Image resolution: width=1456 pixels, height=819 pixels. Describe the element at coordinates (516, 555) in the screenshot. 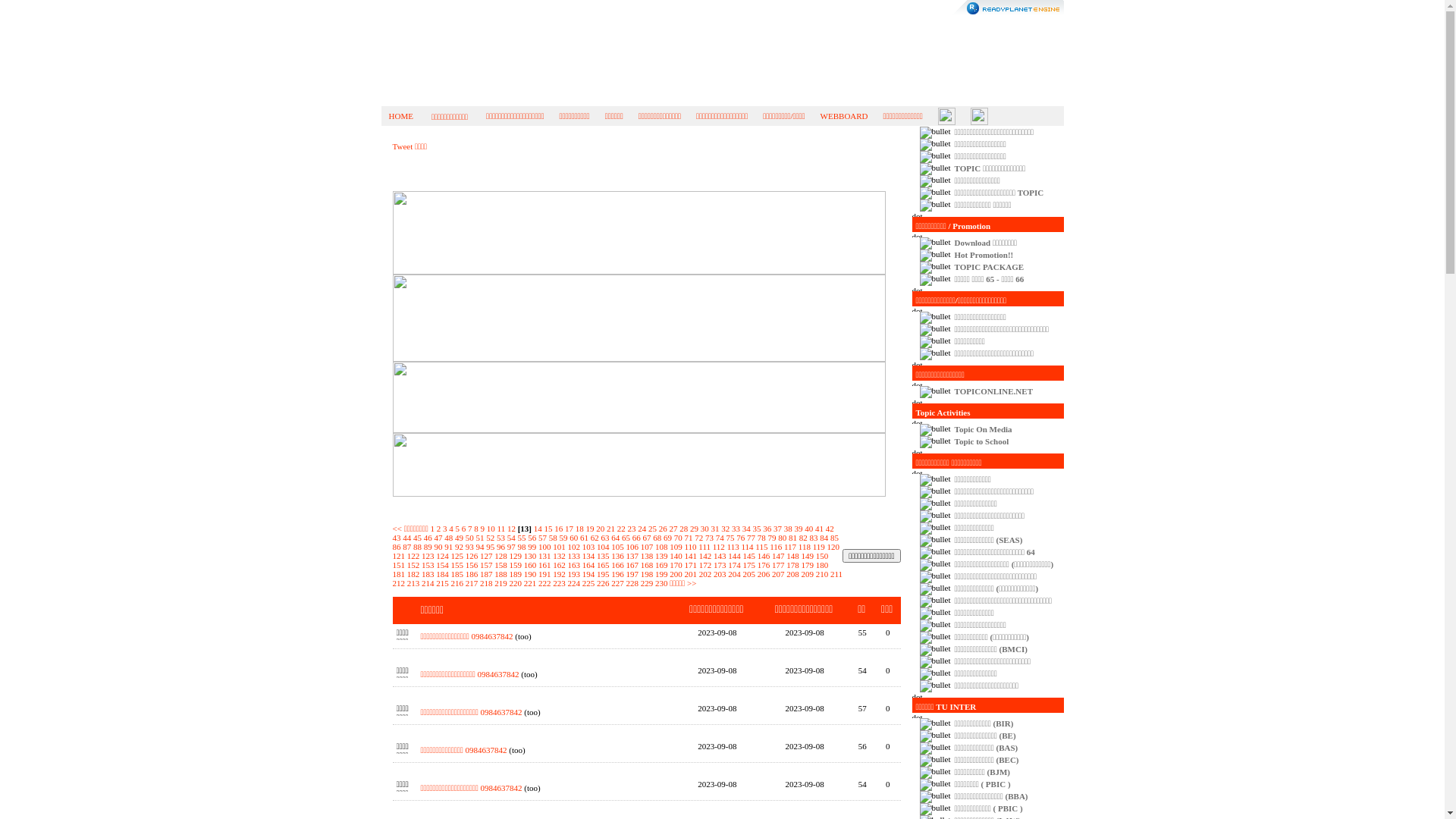

I see `'129'` at that location.